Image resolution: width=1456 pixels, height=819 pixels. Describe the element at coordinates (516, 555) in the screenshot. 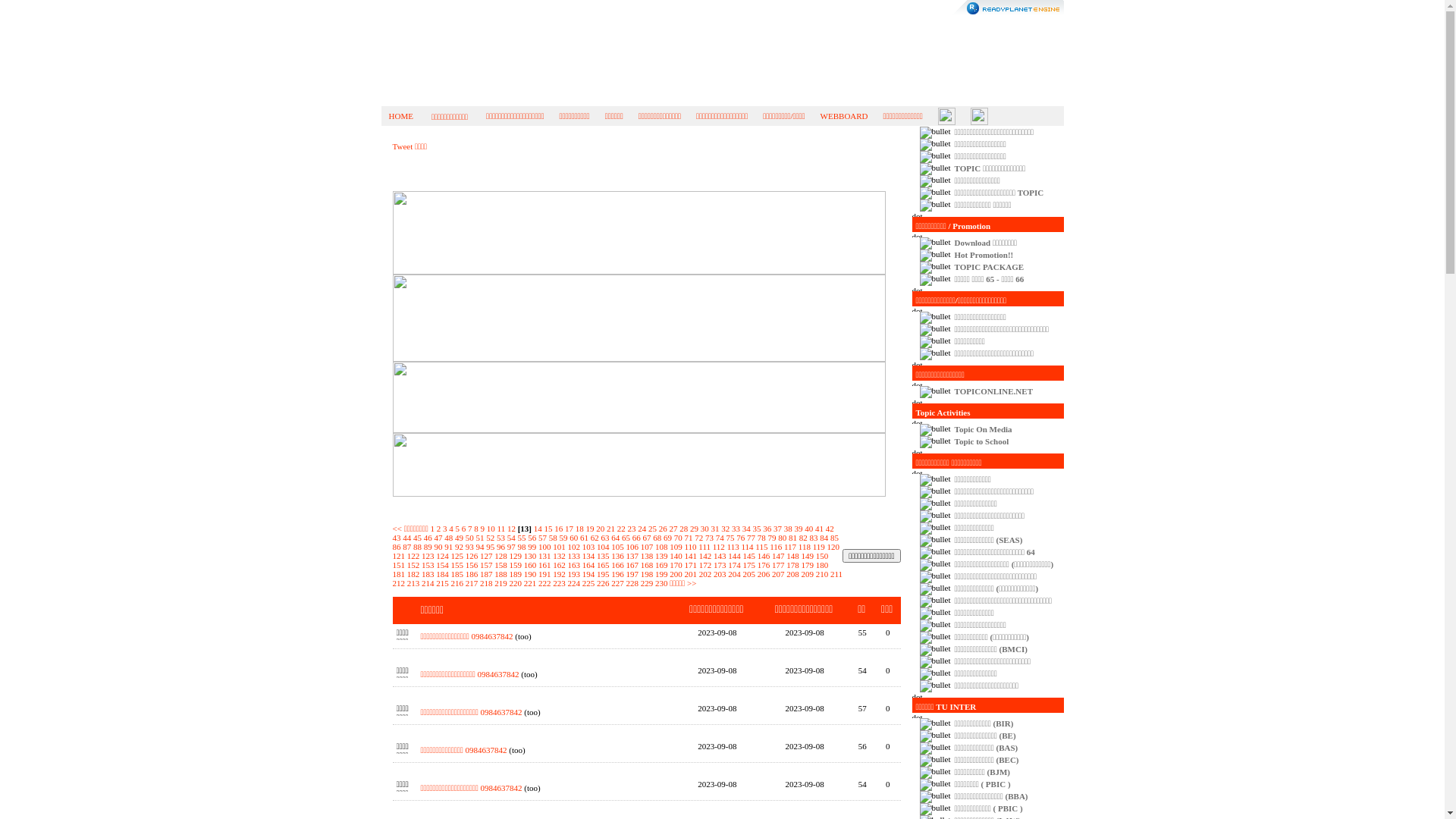

I see `'129'` at that location.